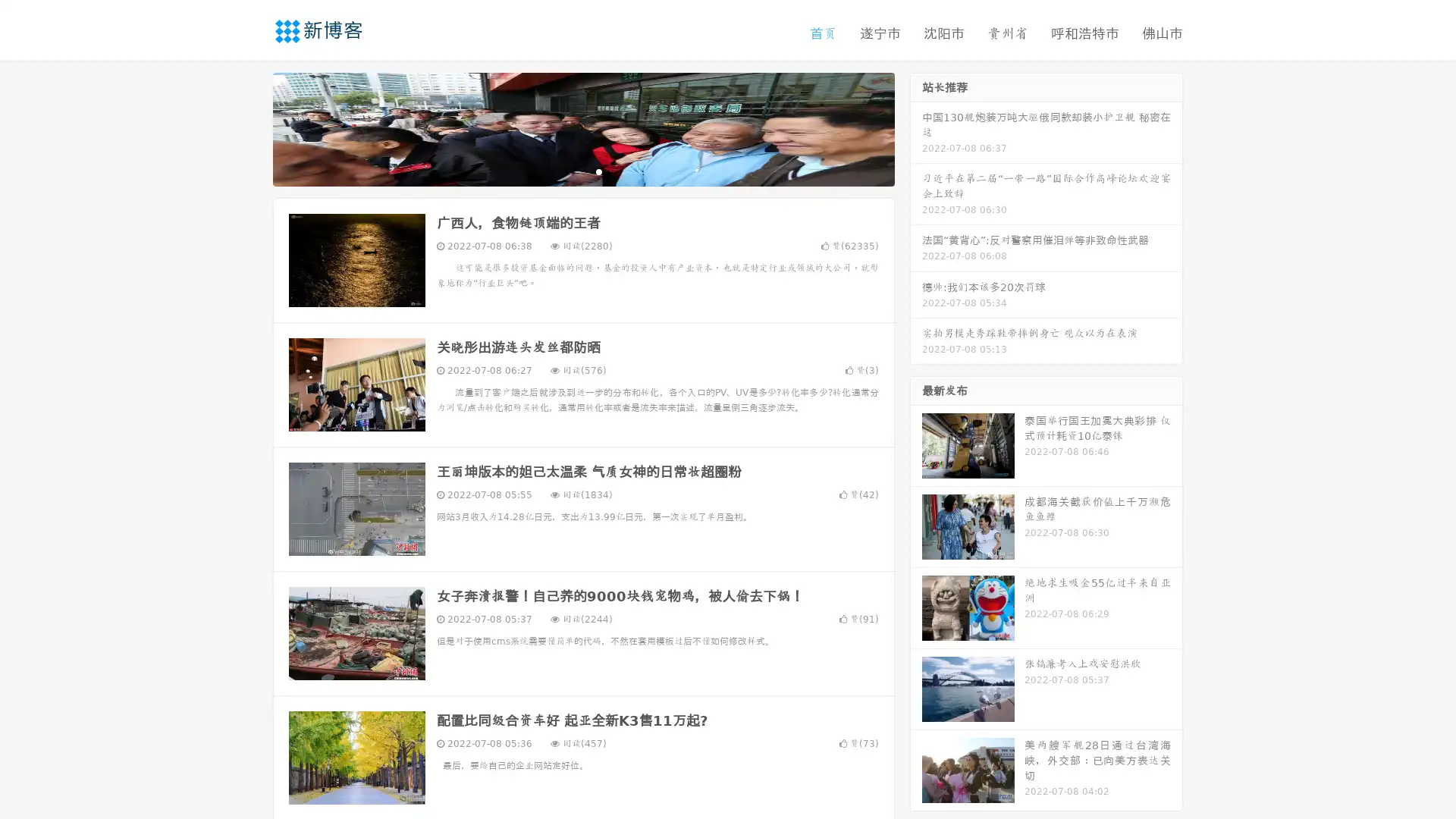 Image resolution: width=1456 pixels, height=819 pixels. I want to click on Go to slide 2, so click(582, 171).